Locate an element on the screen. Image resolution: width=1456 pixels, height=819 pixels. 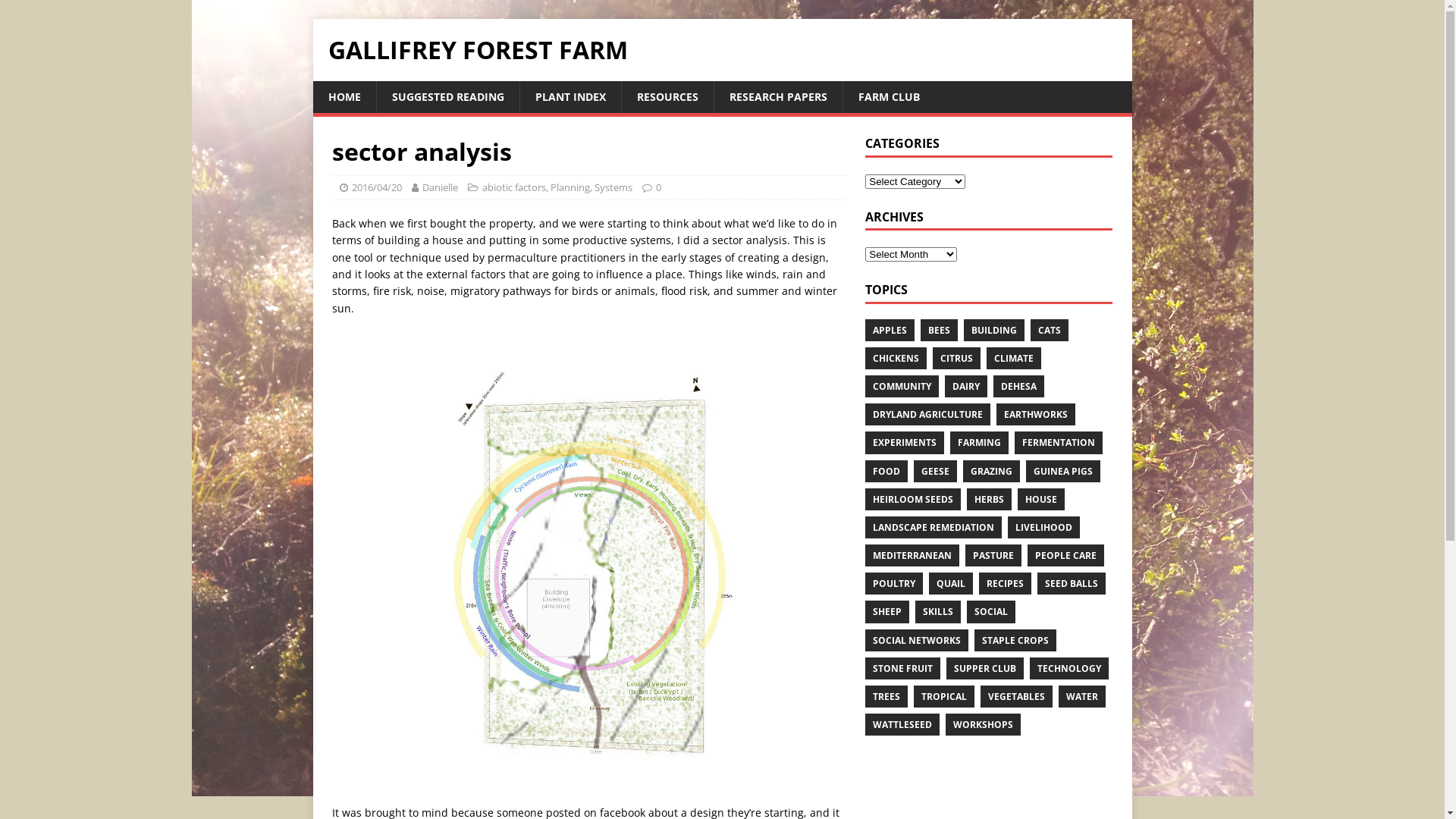
'BUILDING' is located at coordinates (993, 329).